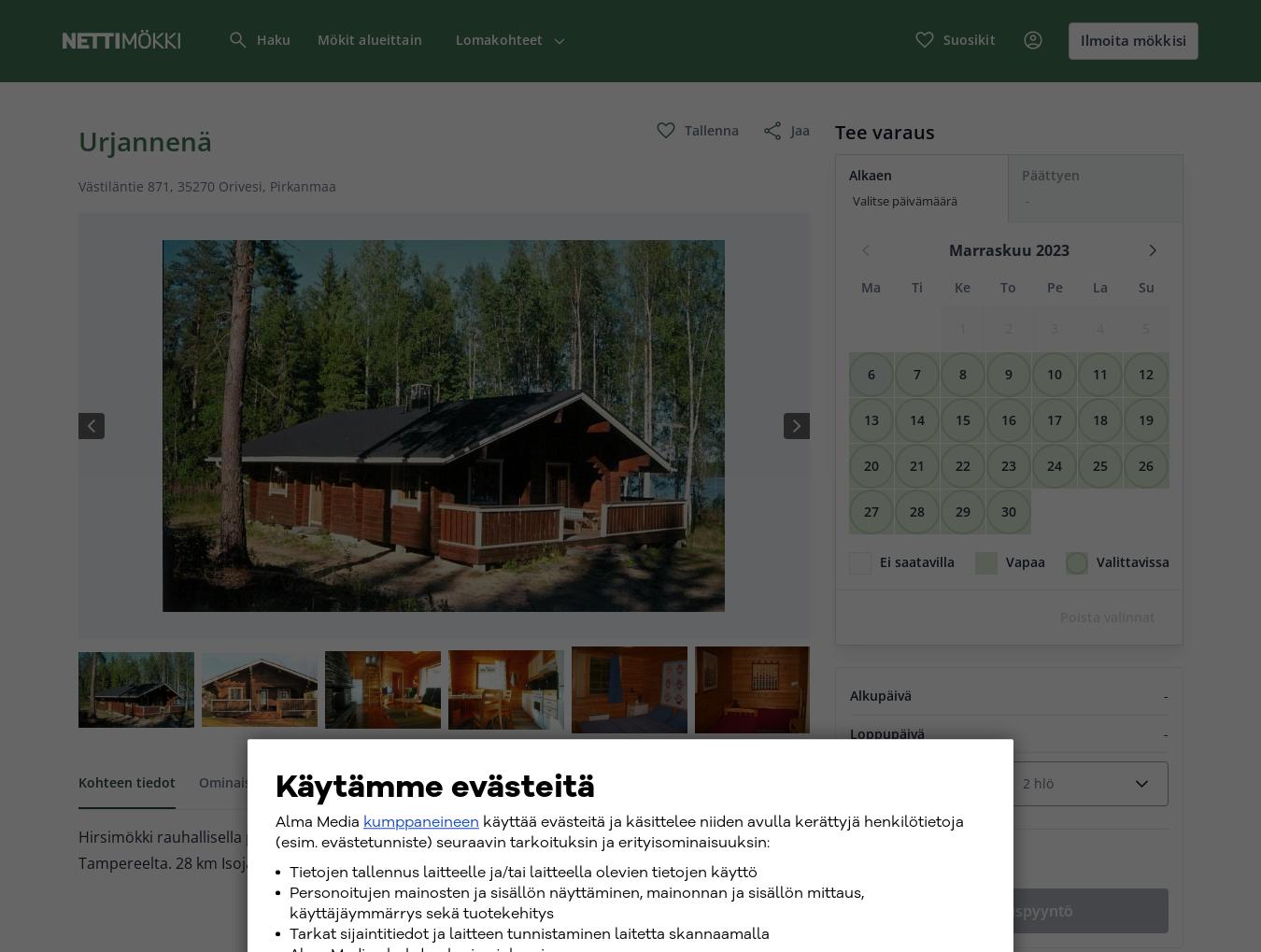  What do you see at coordinates (1145, 419) in the screenshot?
I see `'19'` at bounding box center [1145, 419].